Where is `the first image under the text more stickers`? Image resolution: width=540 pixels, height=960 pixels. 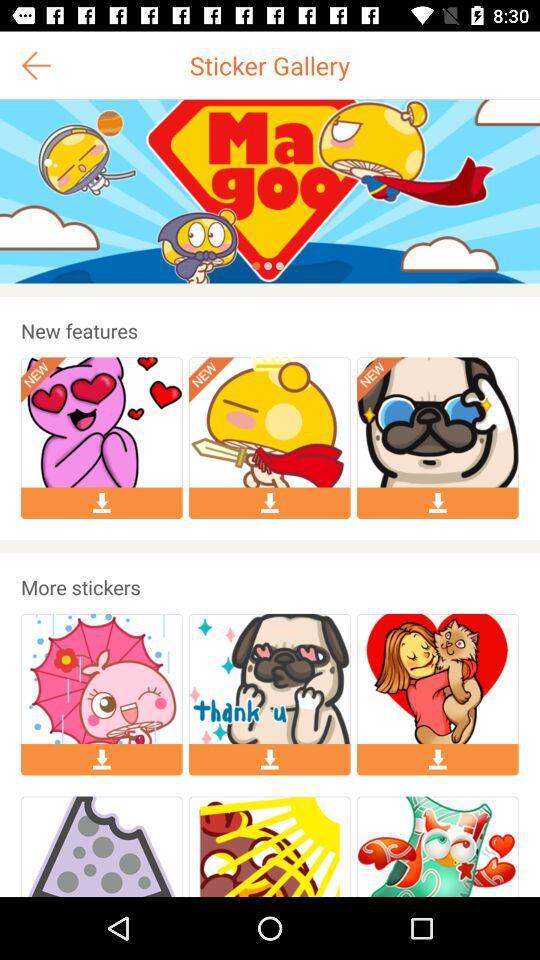 the first image under the text more stickers is located at coordinates (102, 679).